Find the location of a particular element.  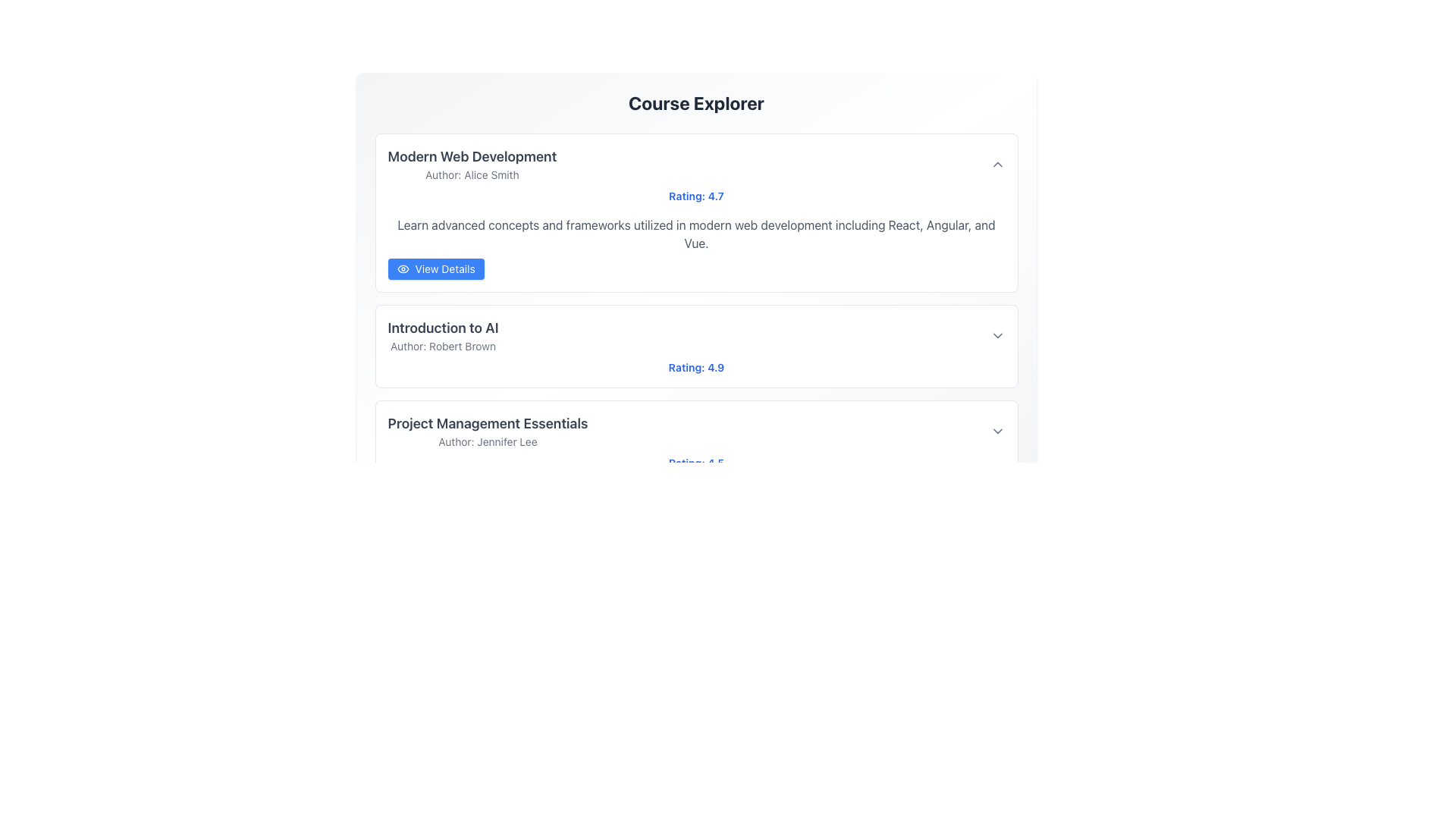

the non-interactive text label displaying the rating score for the course 'Modern Web Development', located near the top-middle section of the interface is located at coordinates (695, 195).